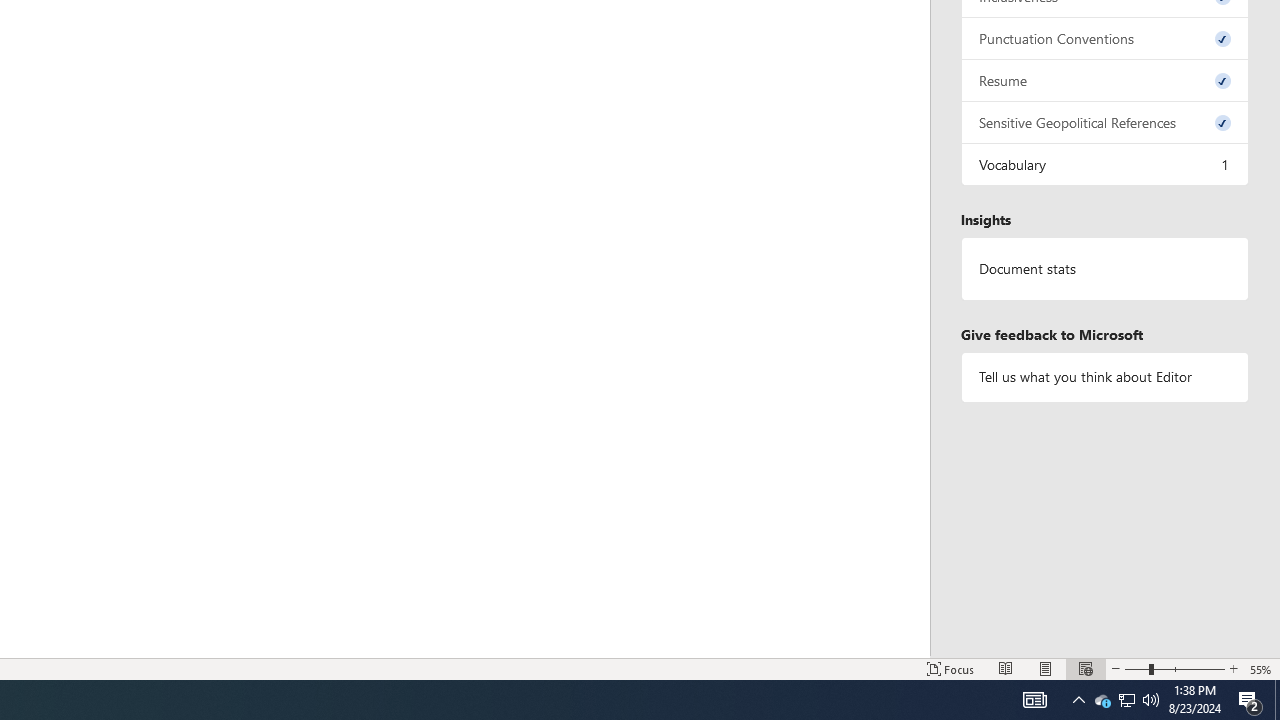 The height and width of the screenshot is (720, 1280). What do you see at coordinates (1104, 268) in the screenshot?
I see `'Document statistics'` at bounding box center [1104, 268].